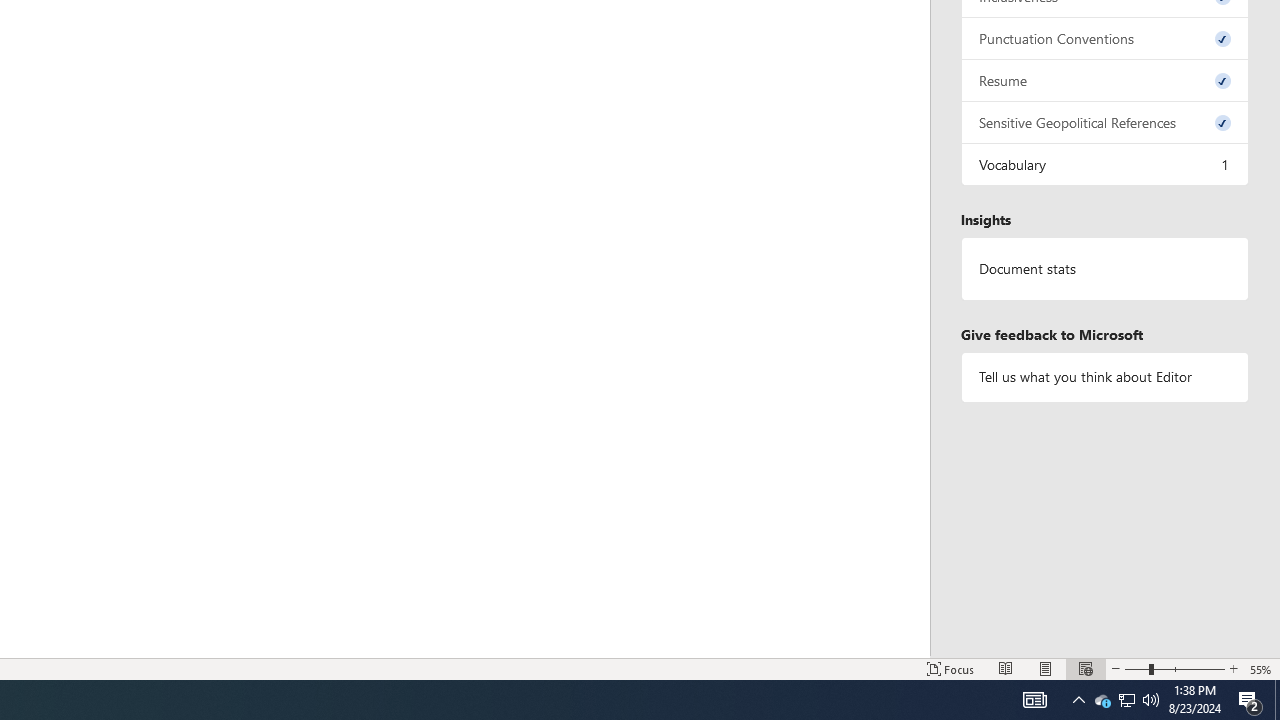 The height and width of the screenshot is (720, 1280). What do you see at coordinates (1104, 268) in the screenshot?
I see `'Document statistics'` at bounding box center [1104, 268].